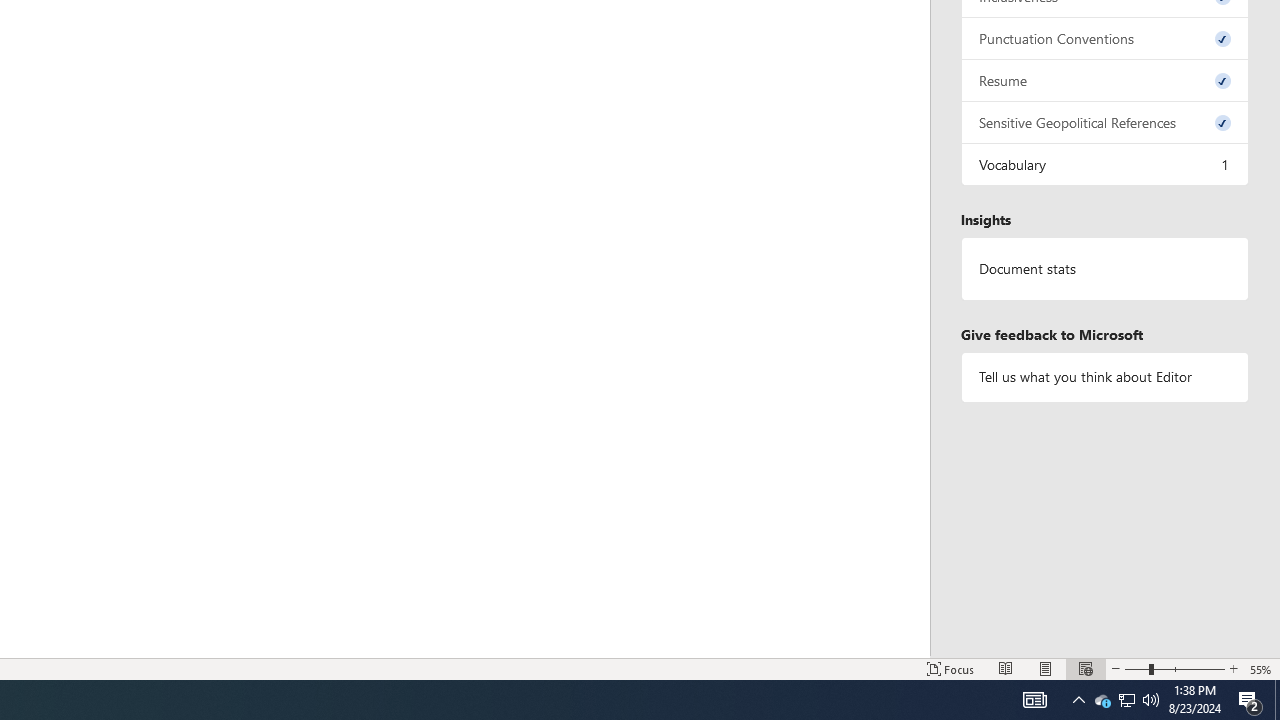 The height and width of the screenshot is (720, 1280). What do you see at coordinates (1104, 268) in the screenshot?
I see `'Document statistics'` at bounding box center [1104, 268].